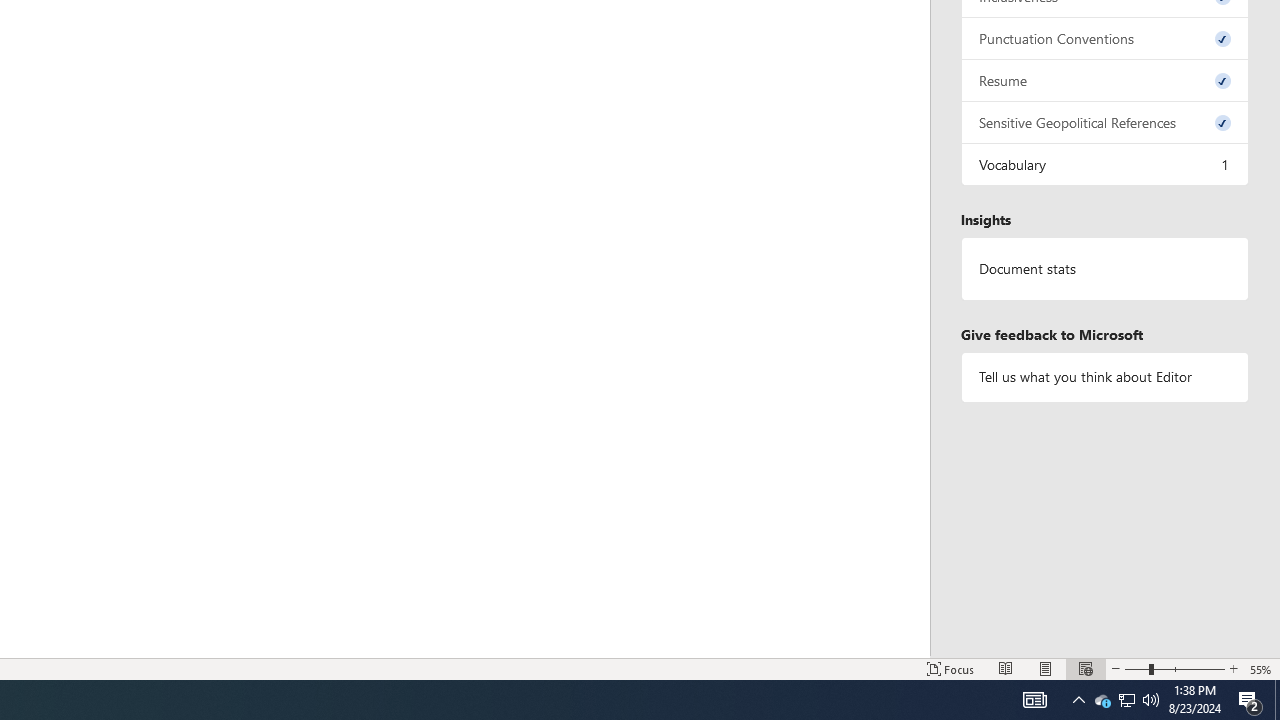 The height and width of the screenshot is (720, 1280). What do you see at coordinates (1104, 268) in the screenshot?
I see `'Document statistics'` at bounding box center [1104, 268].